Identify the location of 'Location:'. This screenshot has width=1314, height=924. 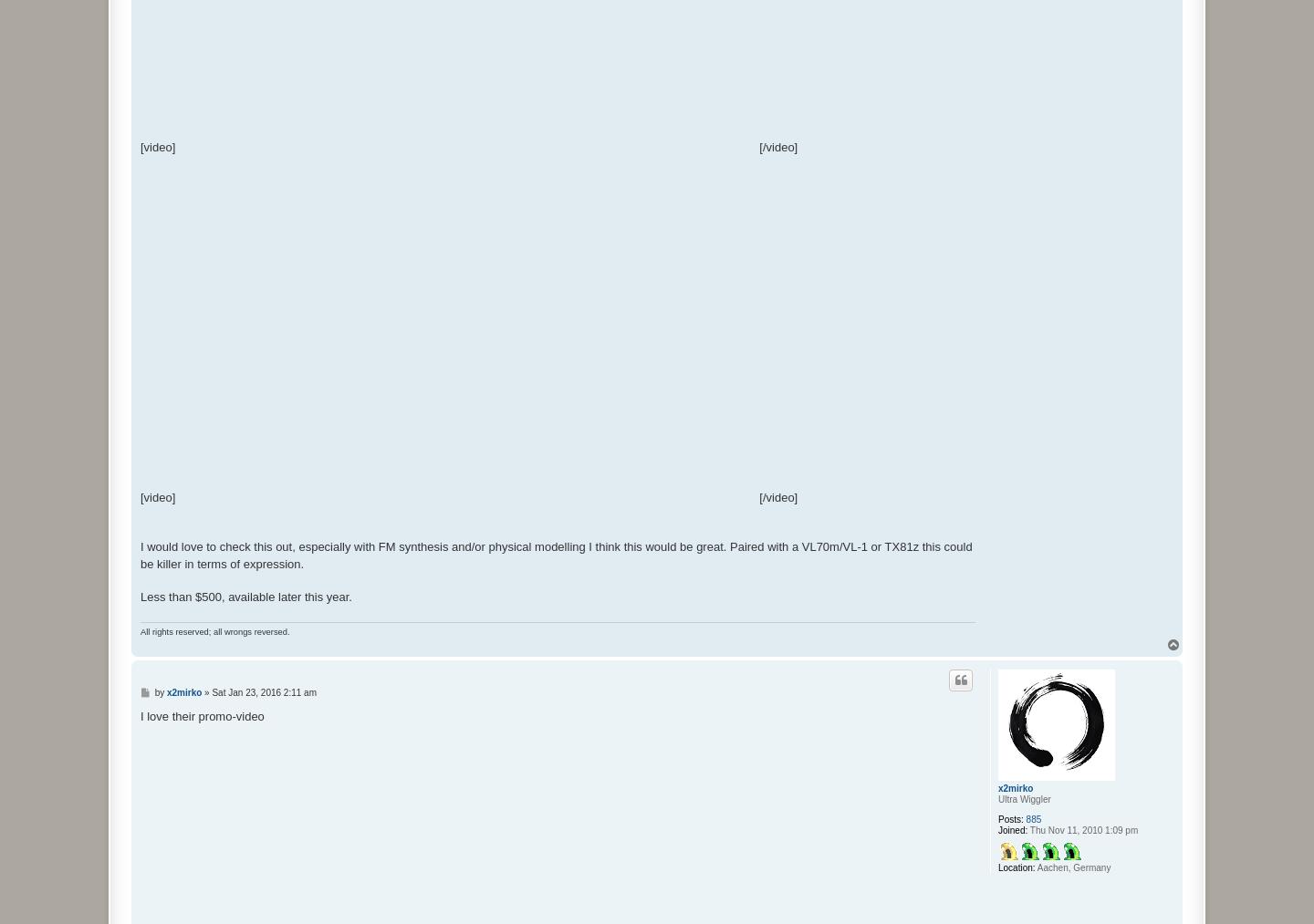
(1015, 867).